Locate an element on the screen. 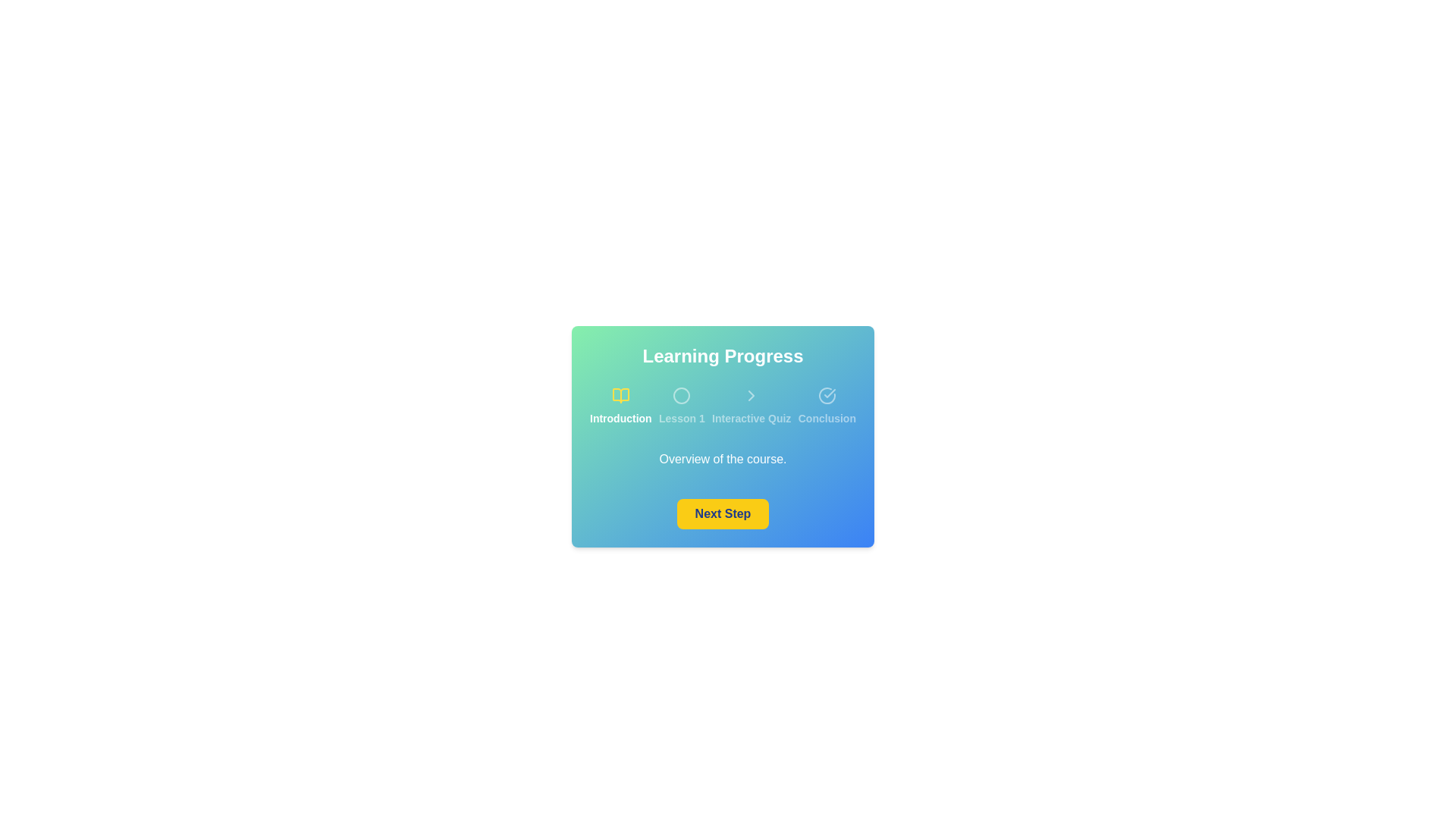 The image size is (1456, 819). the 'Conclusion' text label, which indicates the final stage of a multi-step process and is positioned to the far right of the series of labels is located at coordinates (826, 418).